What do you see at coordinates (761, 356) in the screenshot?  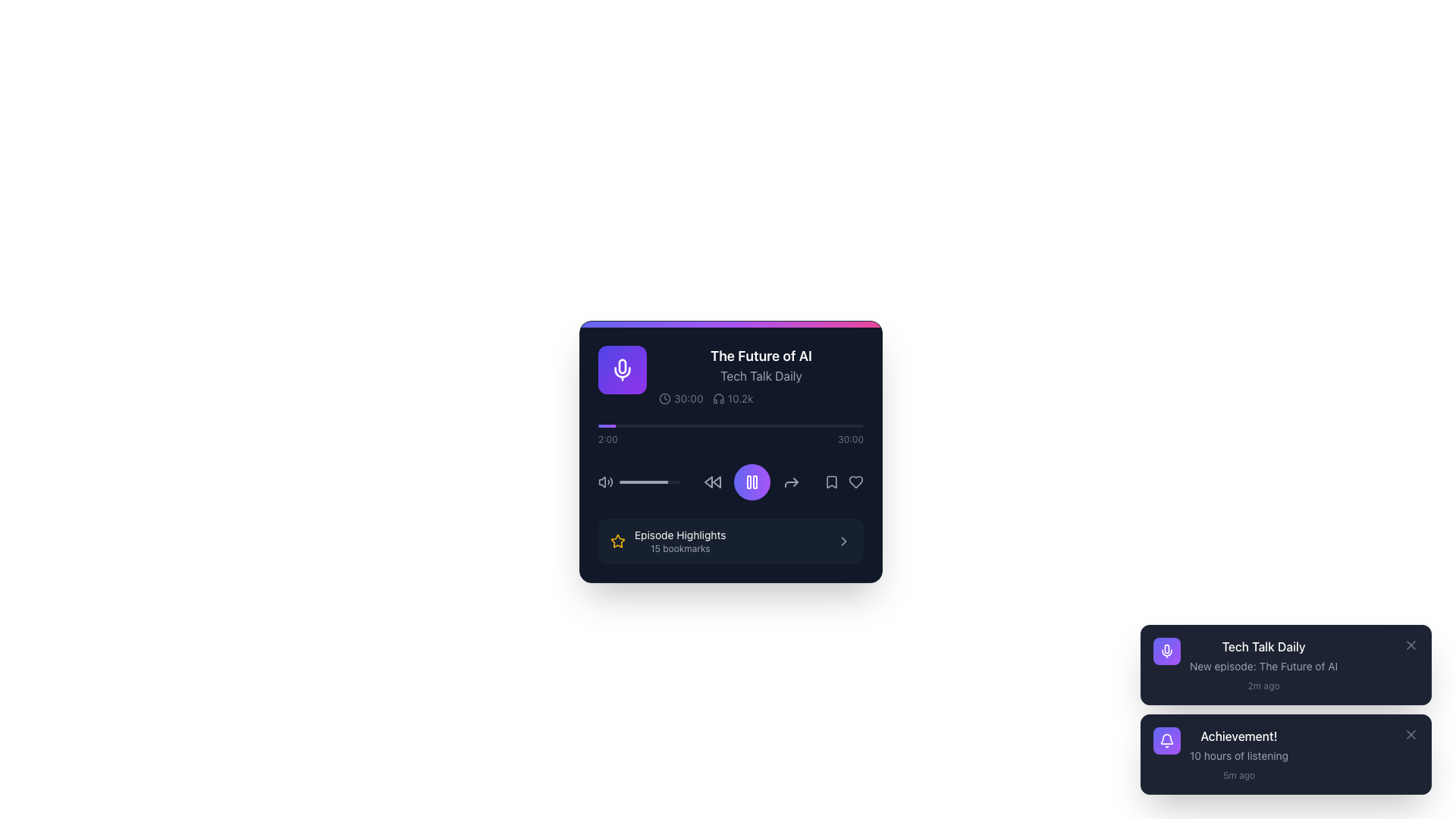 I see `the title text element located at the top-left corner of the card component, above 'Tech Talk Daily', to possibly reveal additional information or tooltips` at bounding box center [761, 356].